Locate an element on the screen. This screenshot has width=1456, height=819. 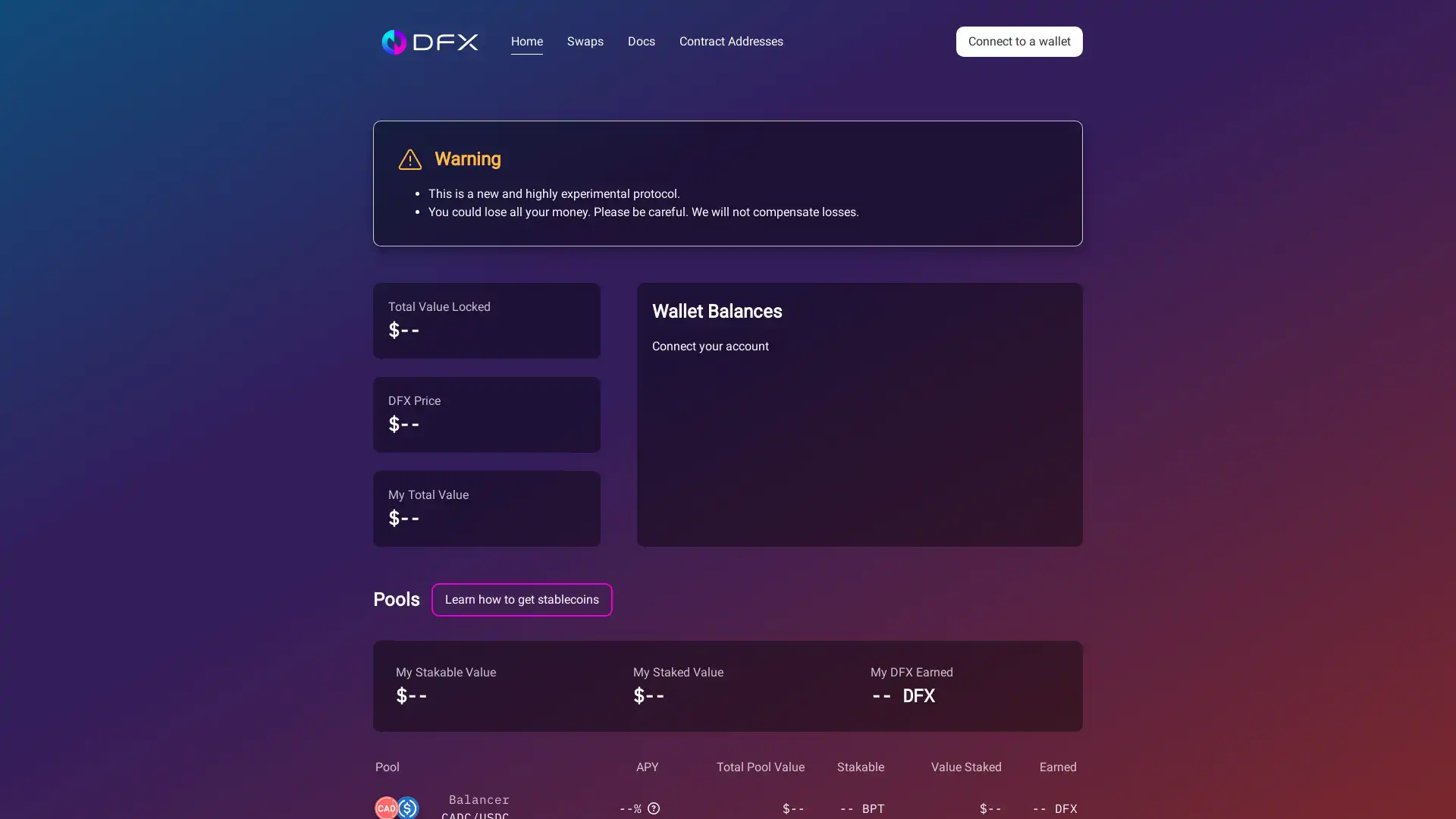
Learn how to get stablecoins is located at coordinates (522, 598).